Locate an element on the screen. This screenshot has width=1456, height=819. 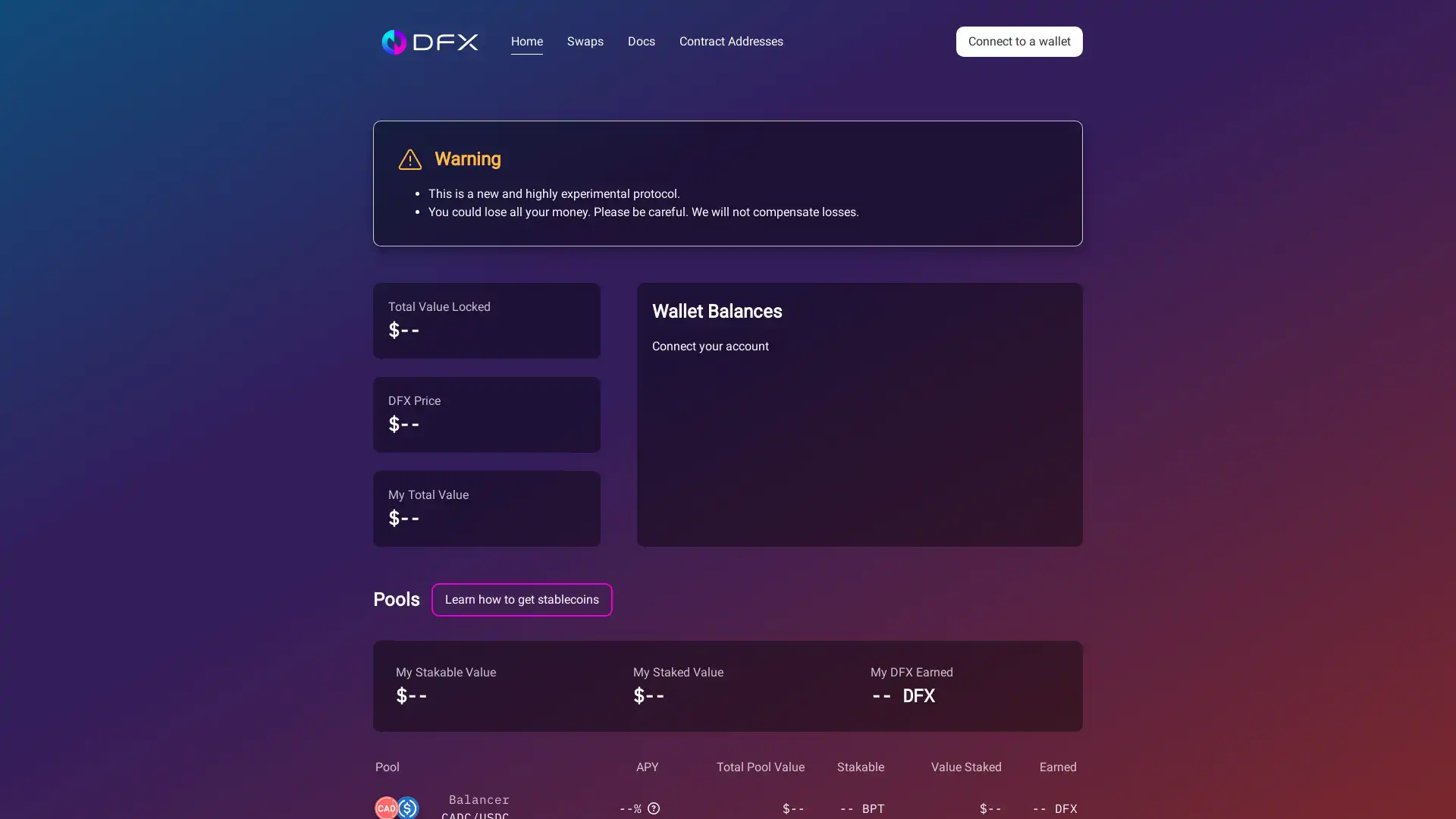
Learn how to get stablecoins is located at coordinates (522, 598).